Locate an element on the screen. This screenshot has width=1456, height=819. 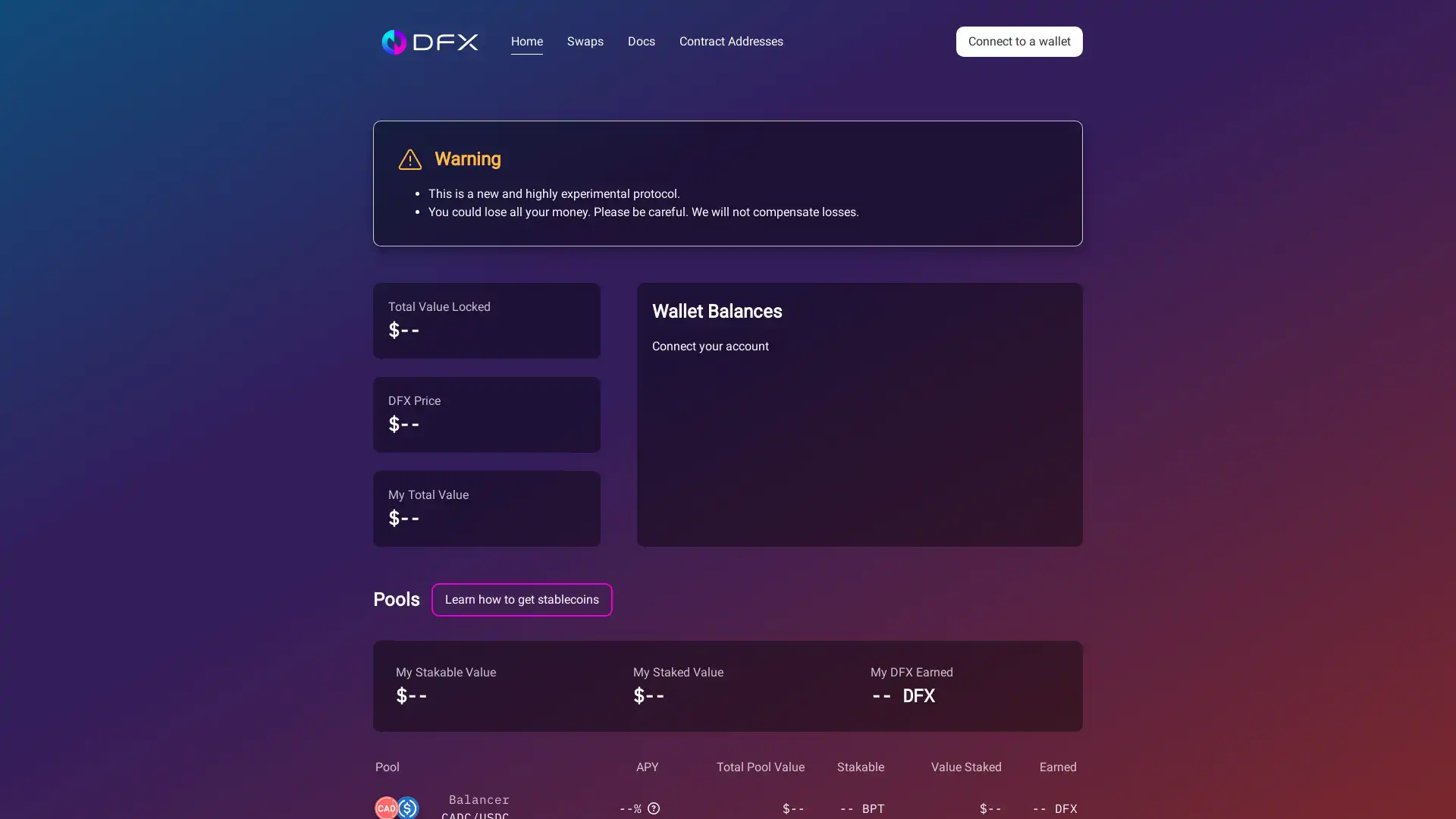
Learn how to get stablecoins is located at coordinates (522, 598).